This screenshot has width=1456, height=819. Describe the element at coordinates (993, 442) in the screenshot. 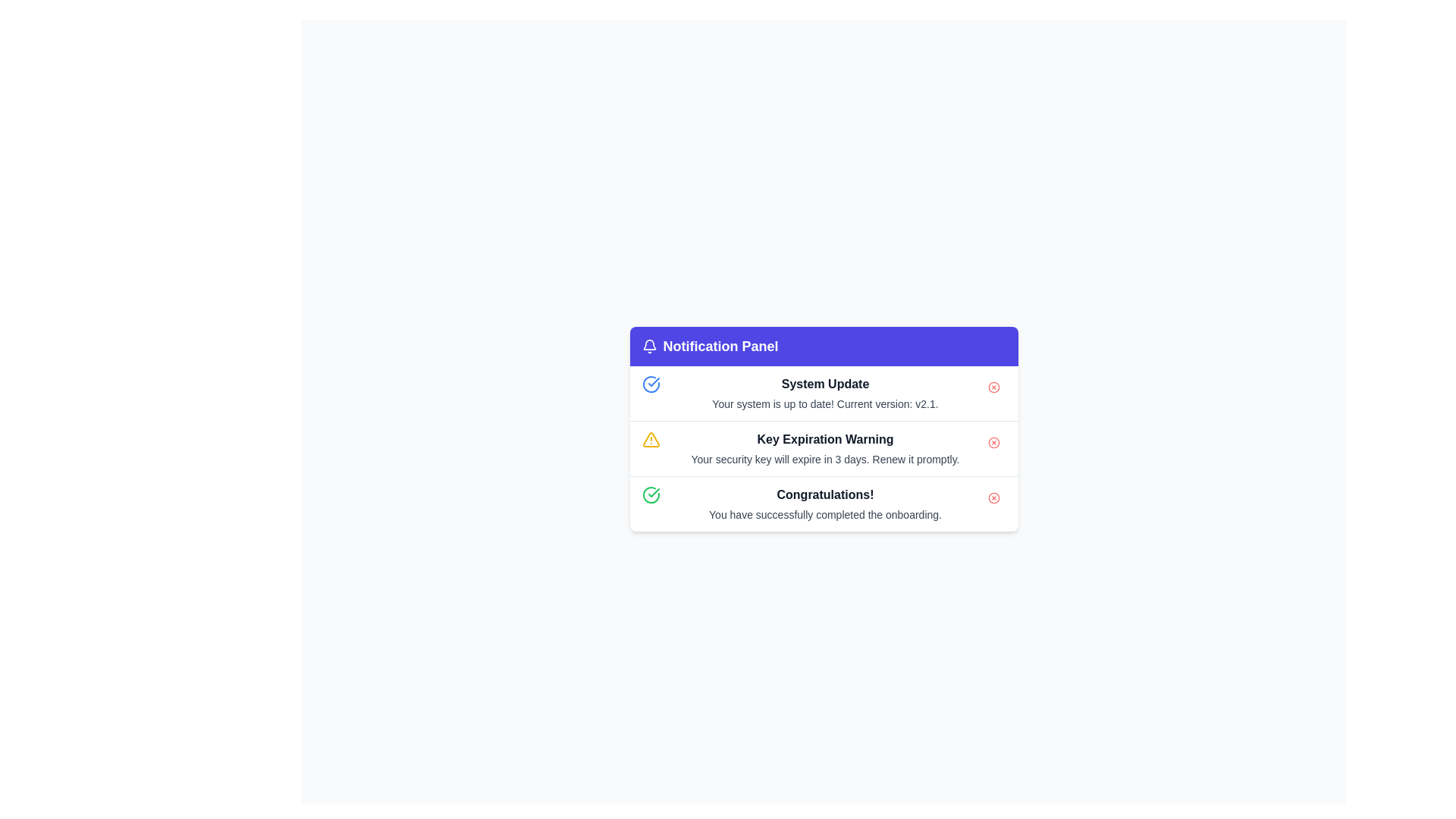

I see `the interactive button at the rightmost side of the 'Key Expiration Warning' notification row` at that location.